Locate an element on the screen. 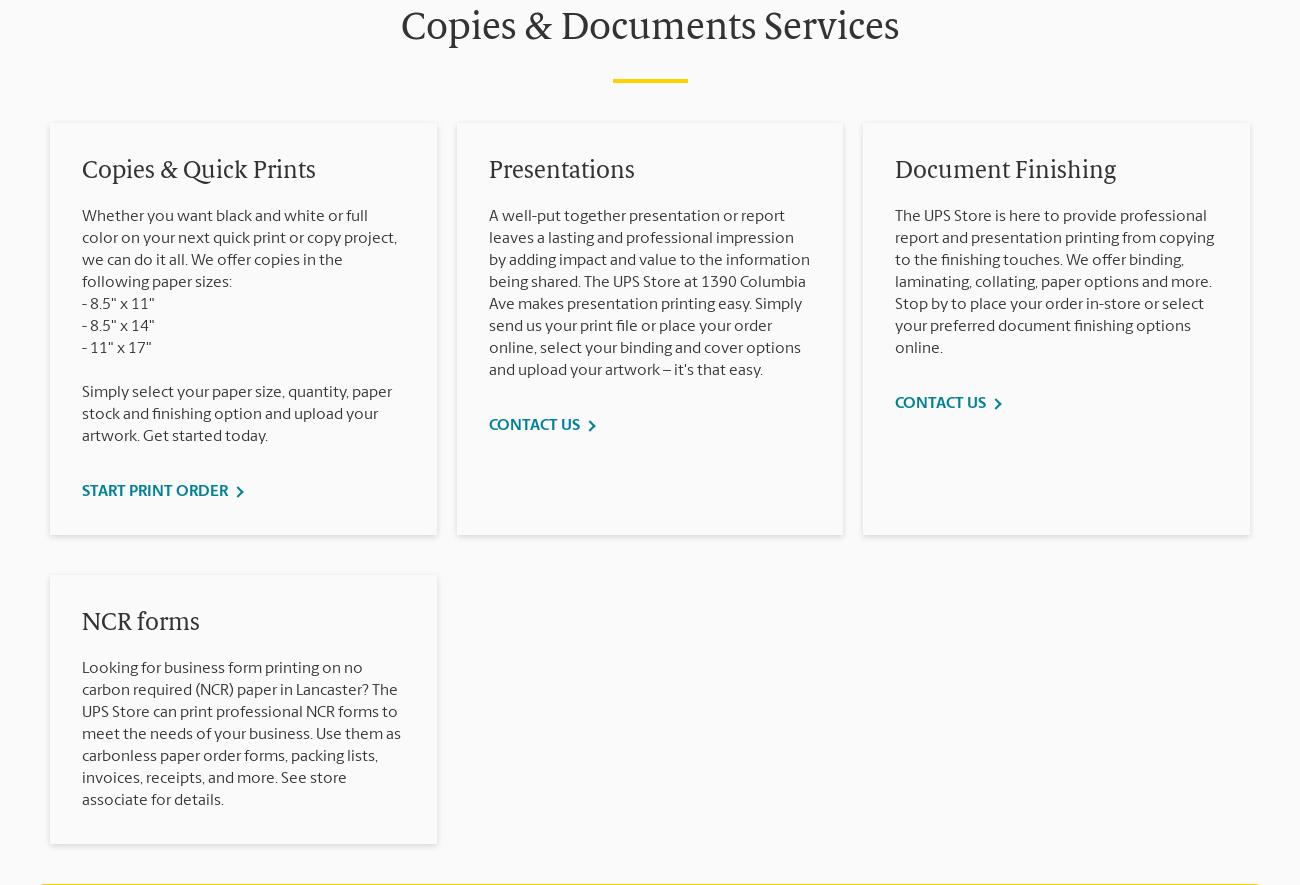 This screenshot has width=1300, height=885. 'Copies & Quick Prints' is located at coordinates (82, 172).